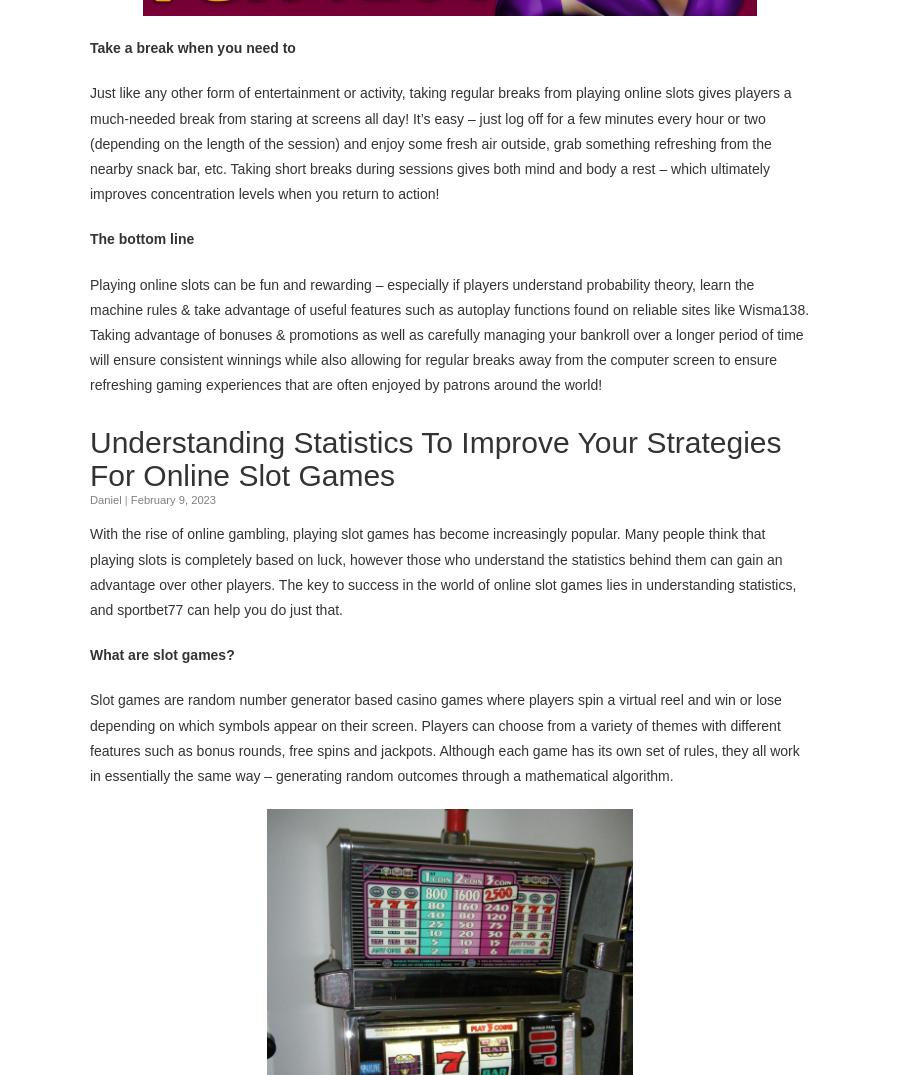  I want to click on '|', so click(125, 498).